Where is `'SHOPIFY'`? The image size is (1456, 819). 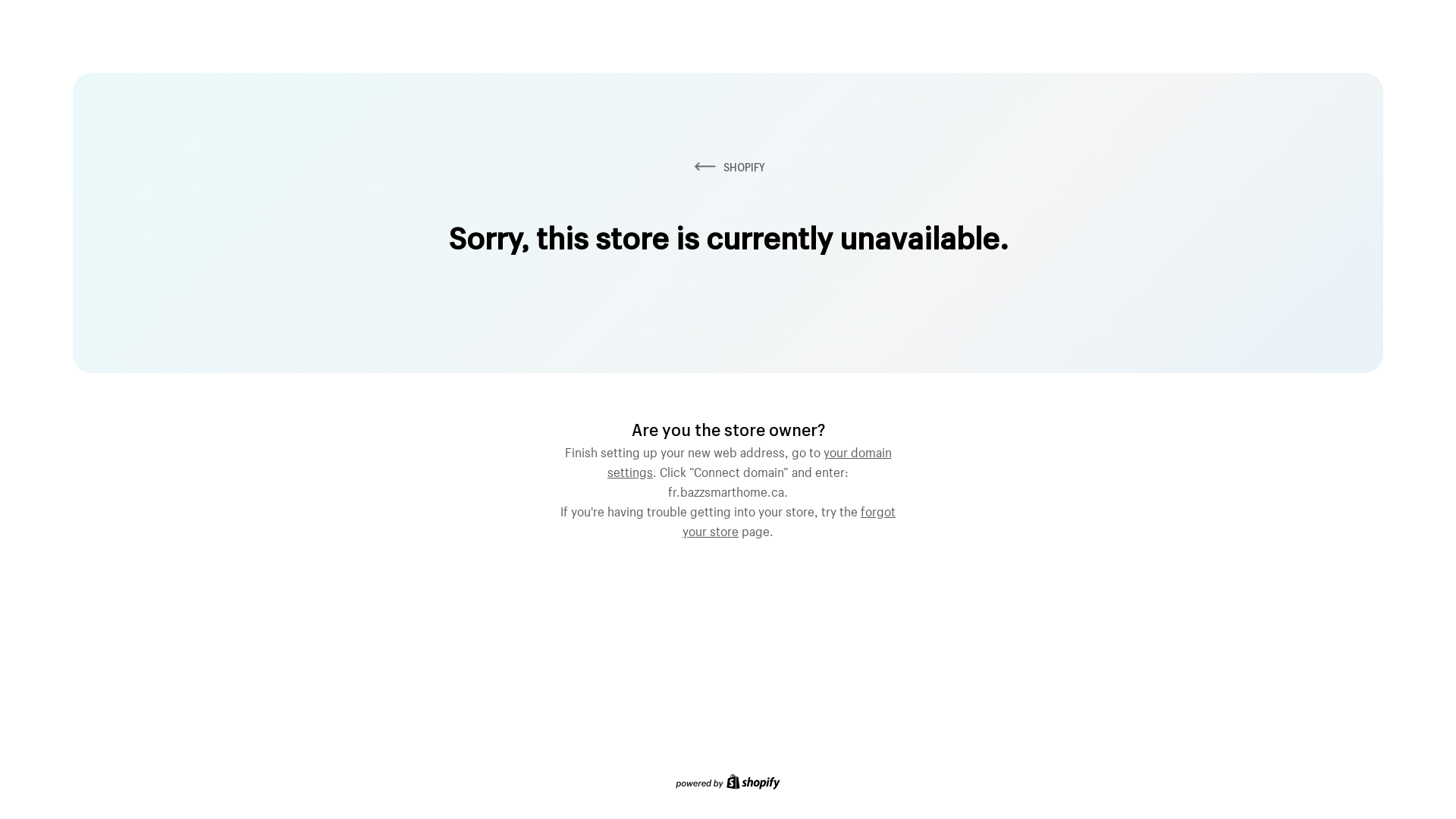
'SHOPIFY' is located at coordinates (690, 167).